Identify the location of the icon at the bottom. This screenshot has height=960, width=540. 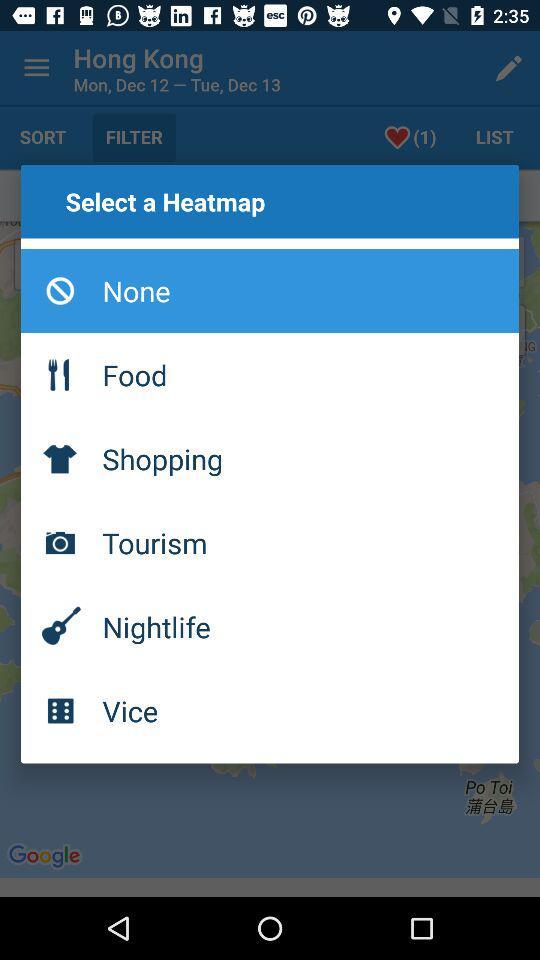
(270, 710).